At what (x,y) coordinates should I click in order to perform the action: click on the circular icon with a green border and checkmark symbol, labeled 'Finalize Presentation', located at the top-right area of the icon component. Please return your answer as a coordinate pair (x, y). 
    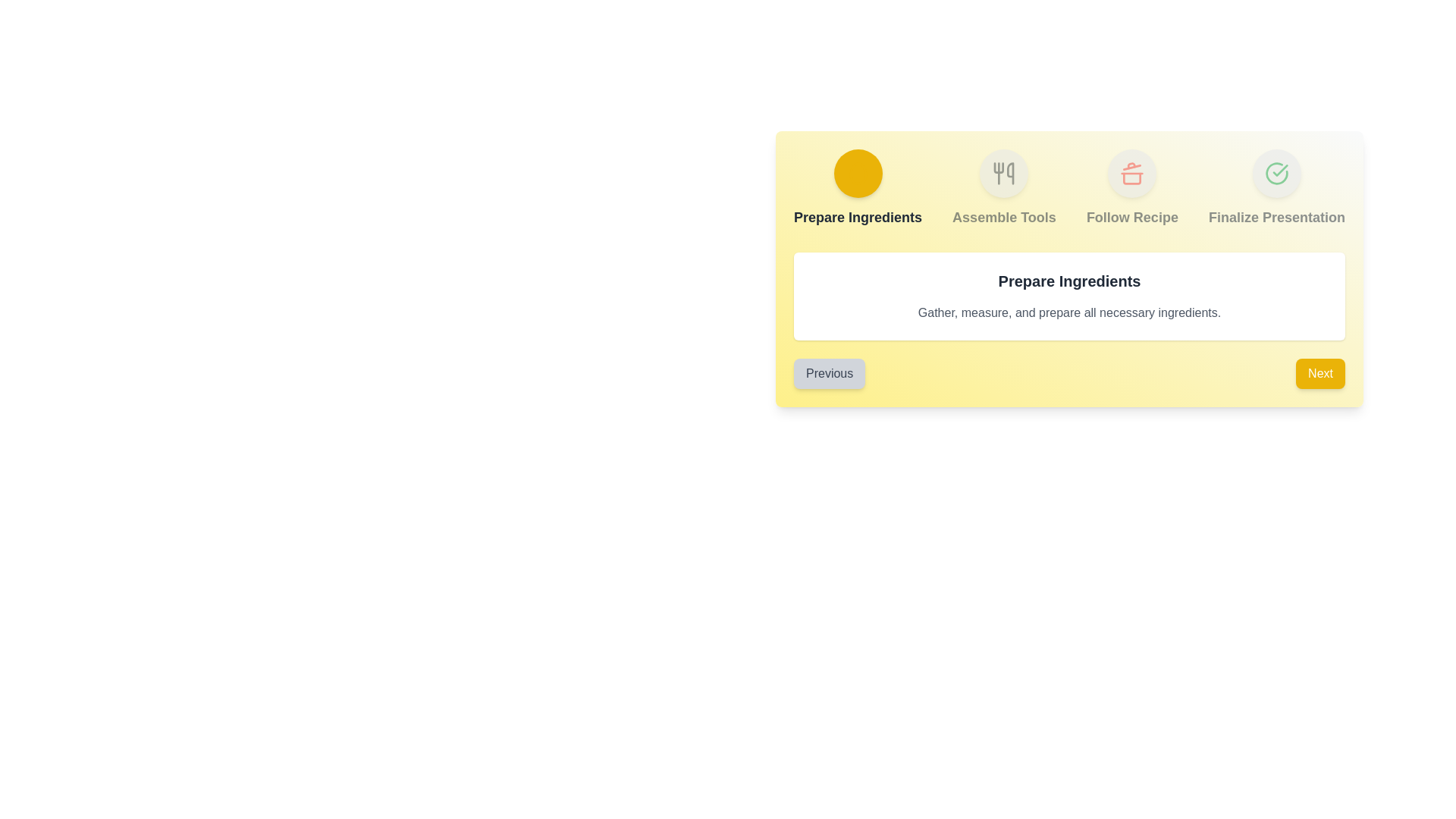
    Looking at the image, I should click on (1276, 172).